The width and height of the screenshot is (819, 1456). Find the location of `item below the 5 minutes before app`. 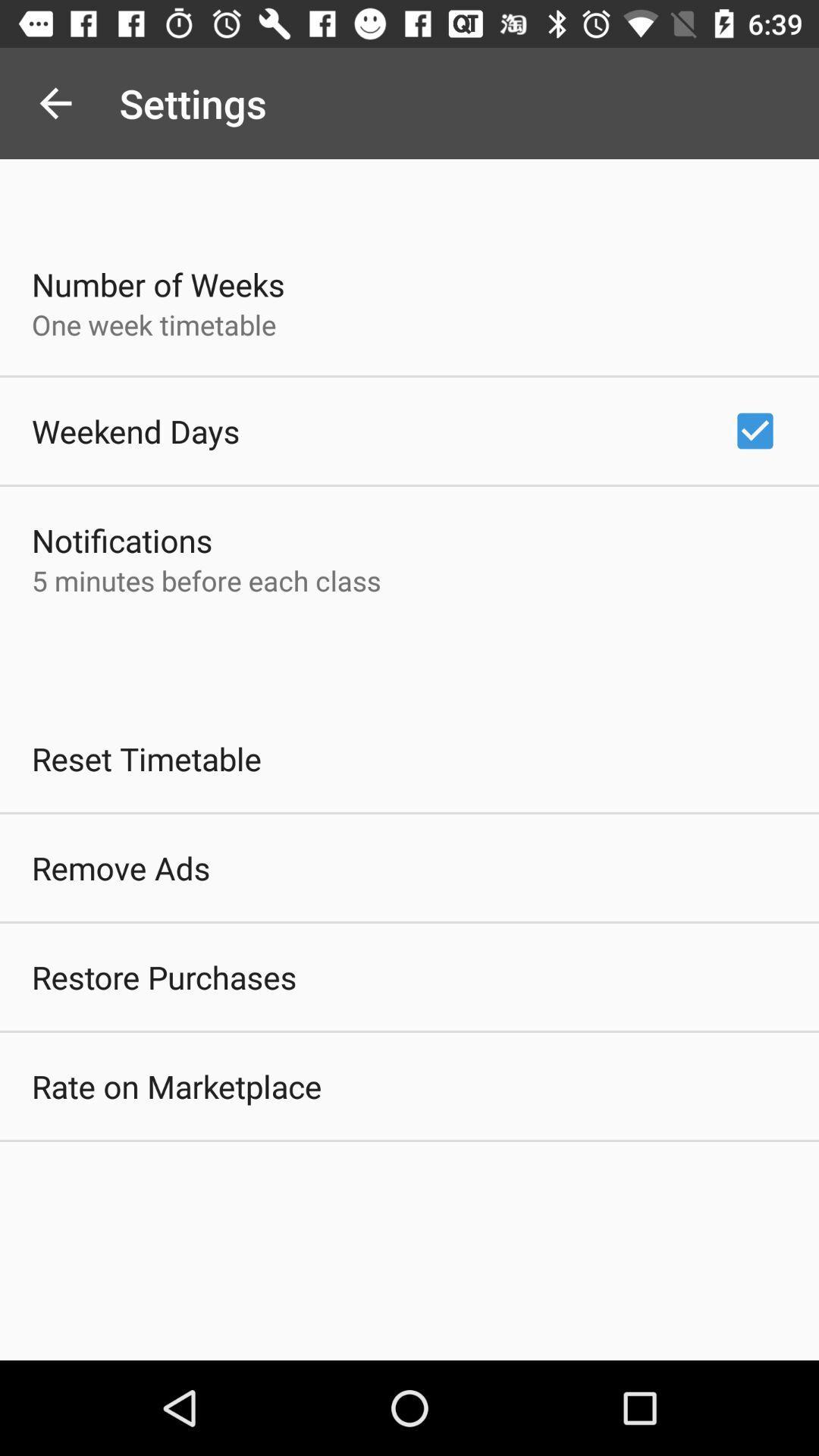

item below the 5 minutes before app is located at coordinates (146, 758).